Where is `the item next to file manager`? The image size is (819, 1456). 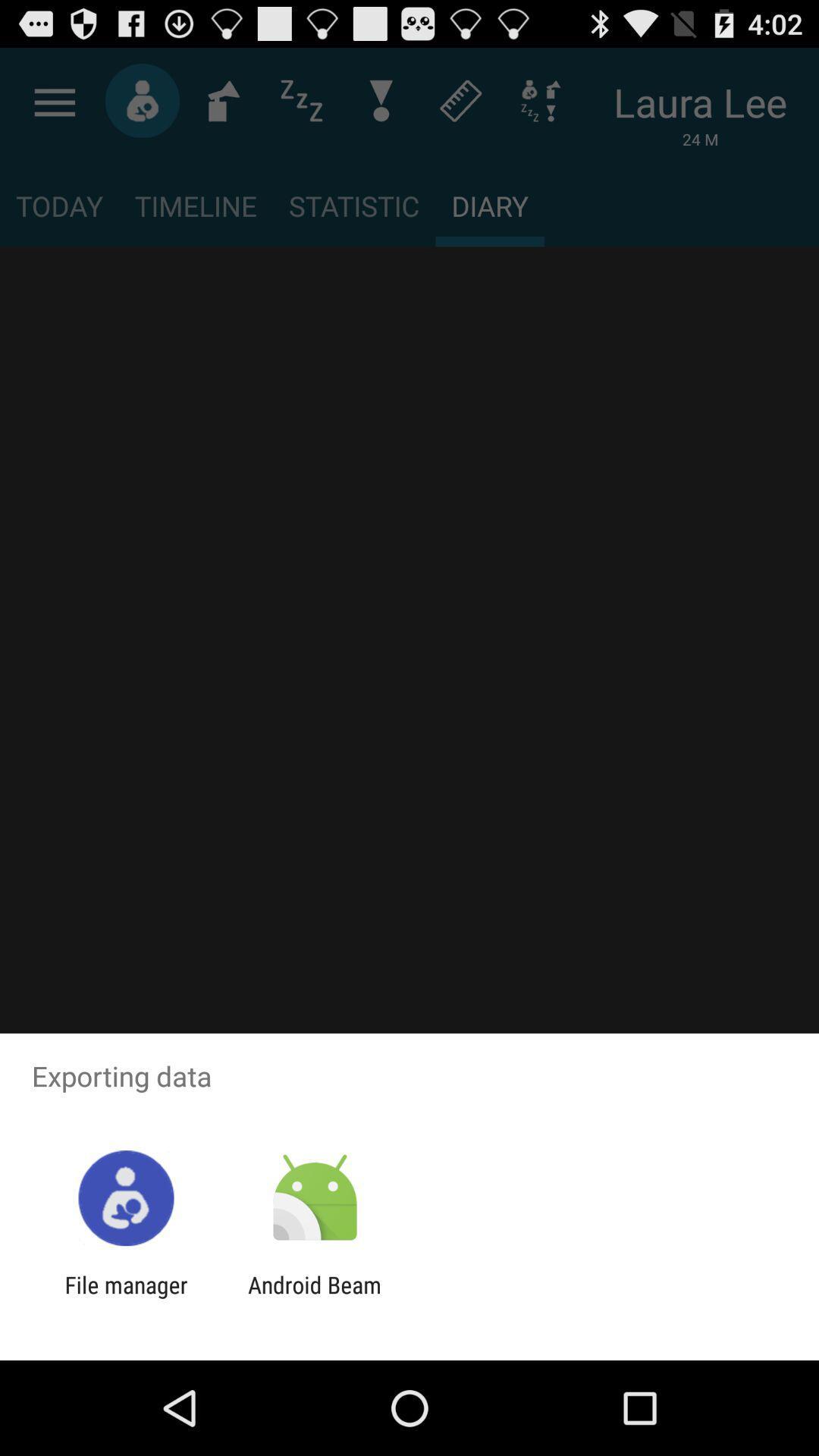
the item next to file manager is located at coordinates (314, 1298).